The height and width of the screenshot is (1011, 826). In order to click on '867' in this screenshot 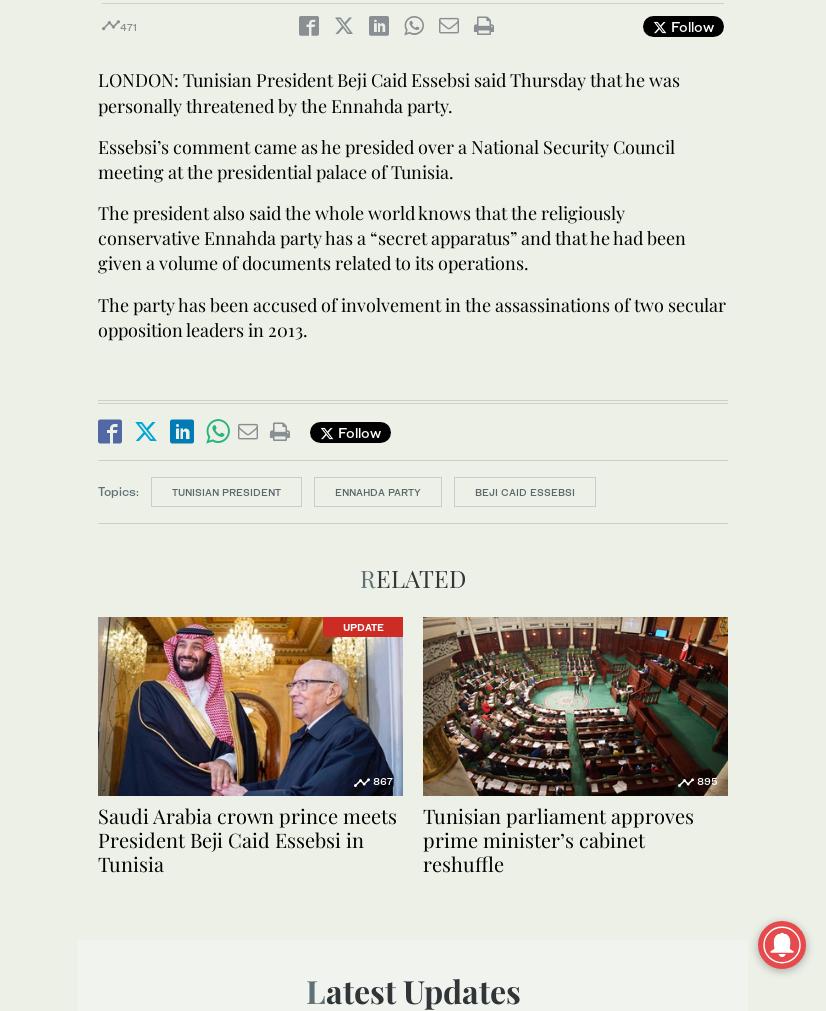, I will do `click(373, 779)`.